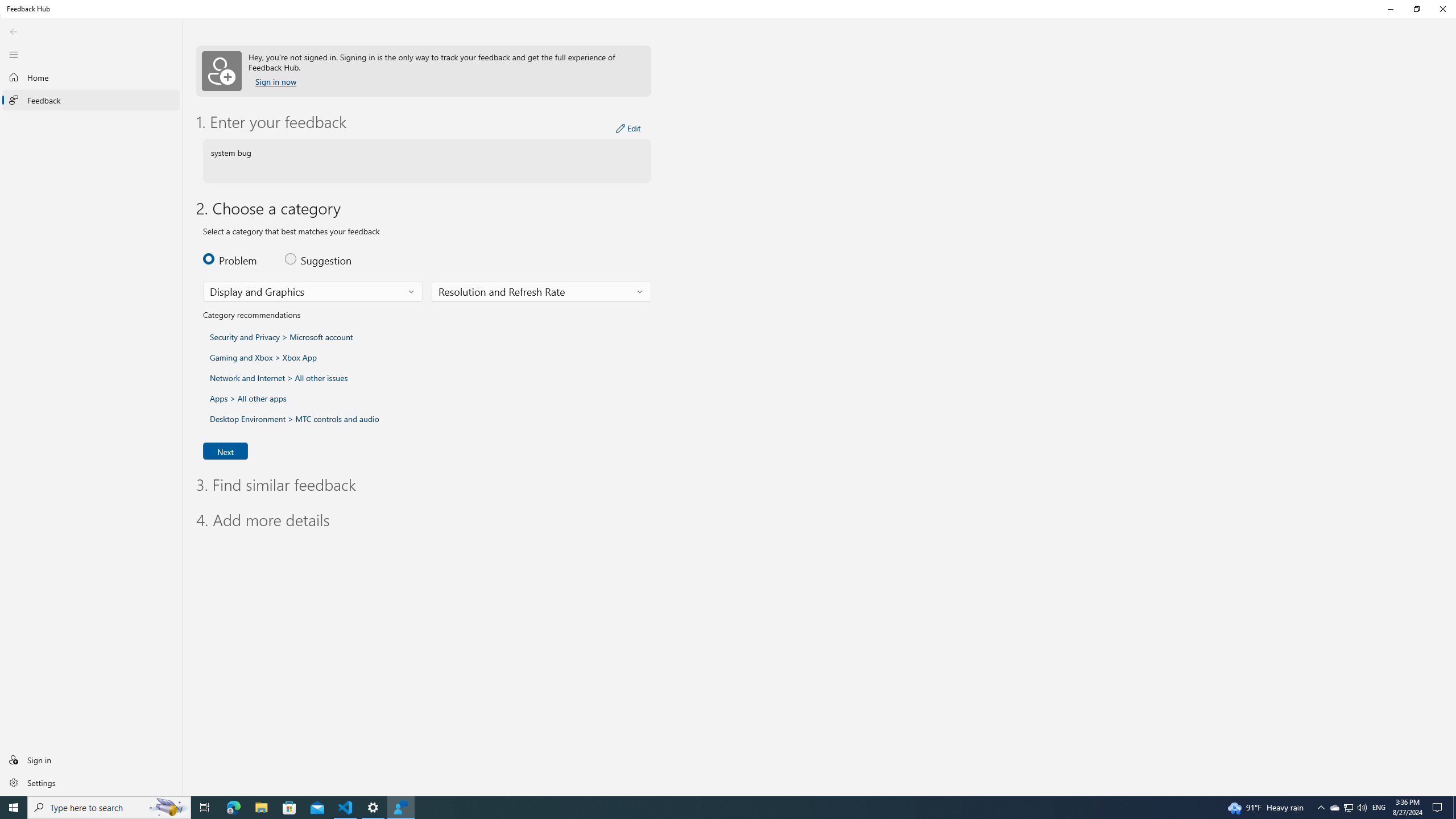  I want to click on 'Q2790: 100%', so click(1361, 806).